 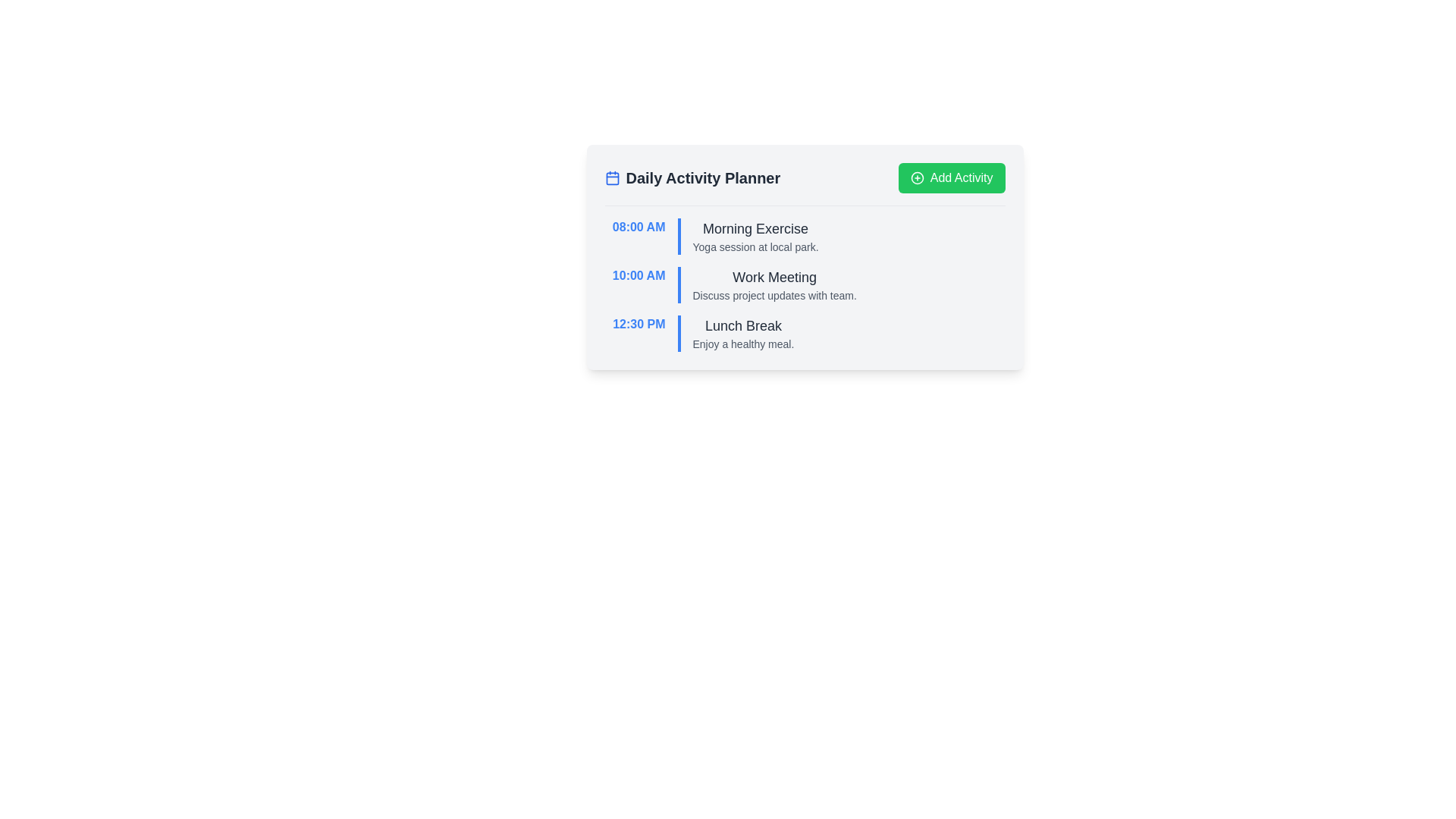 I want to click on the icon representing the daily activity planner, which is located at the leftmost side of the text 'Daily Activity Planner' in the header area of the activity planner card, so click(x=612, y=177).